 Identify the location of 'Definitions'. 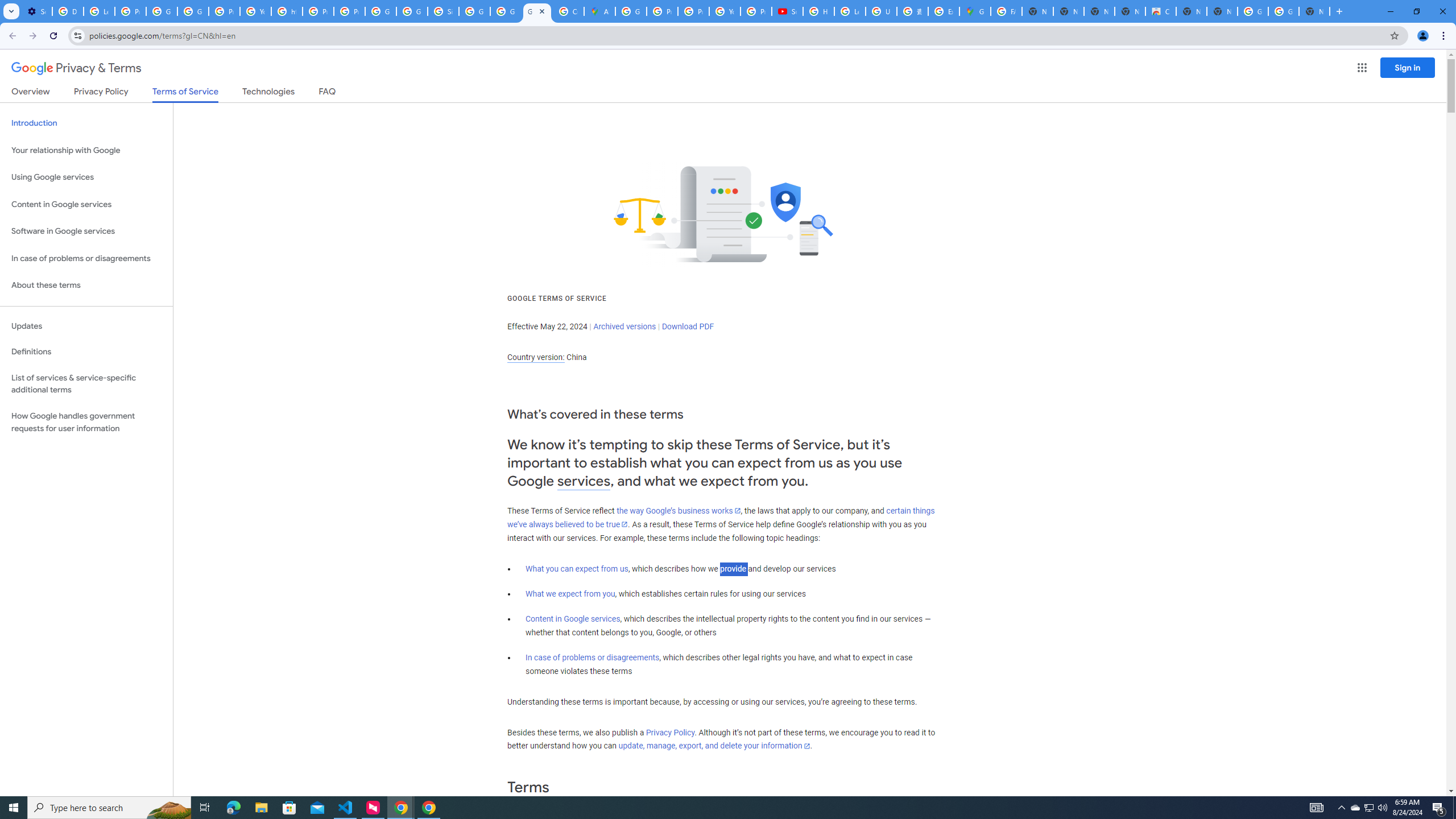
(86, 351).